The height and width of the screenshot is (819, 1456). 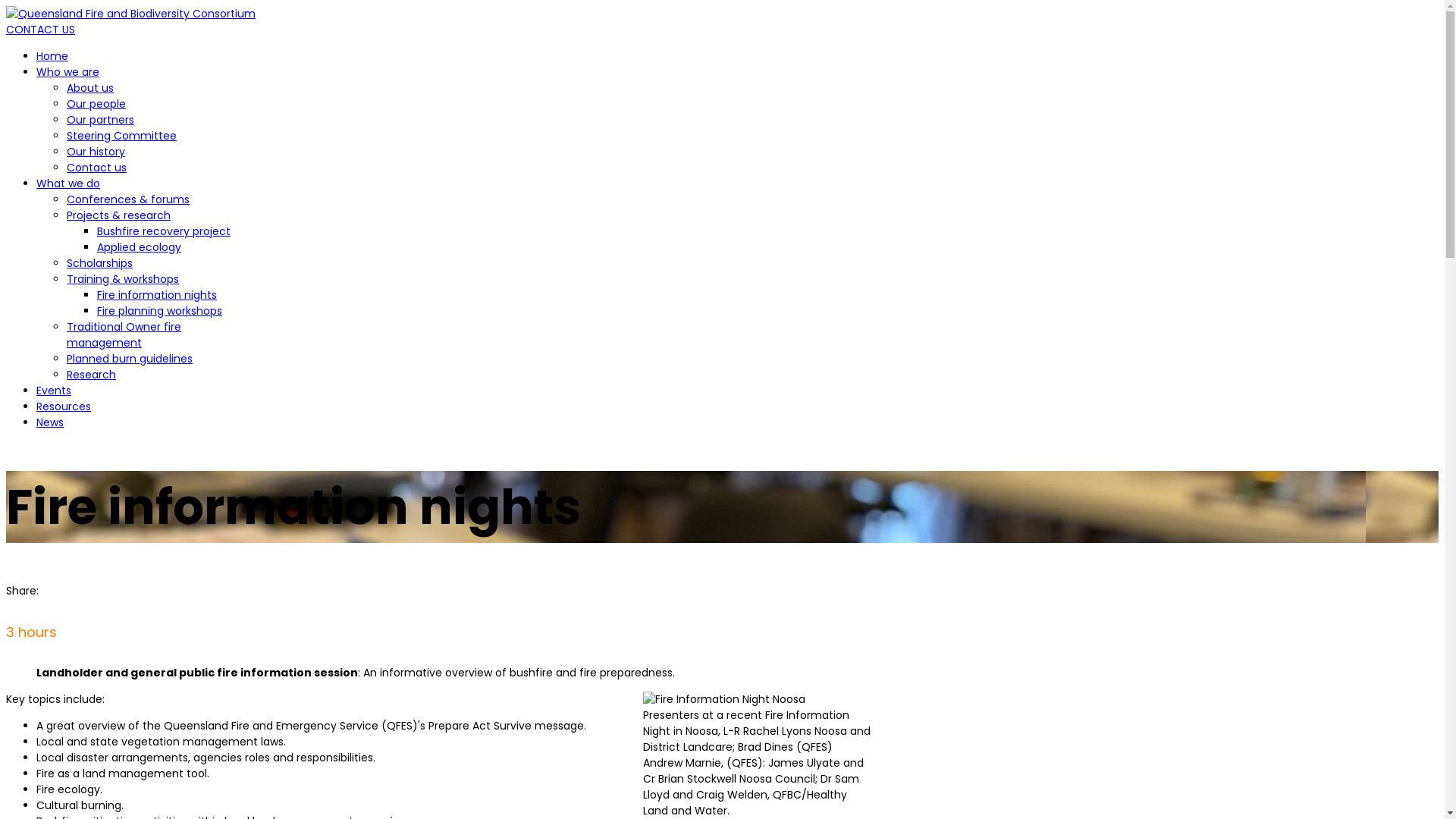 I want to click on 'Home', so click(x=52, y=55).